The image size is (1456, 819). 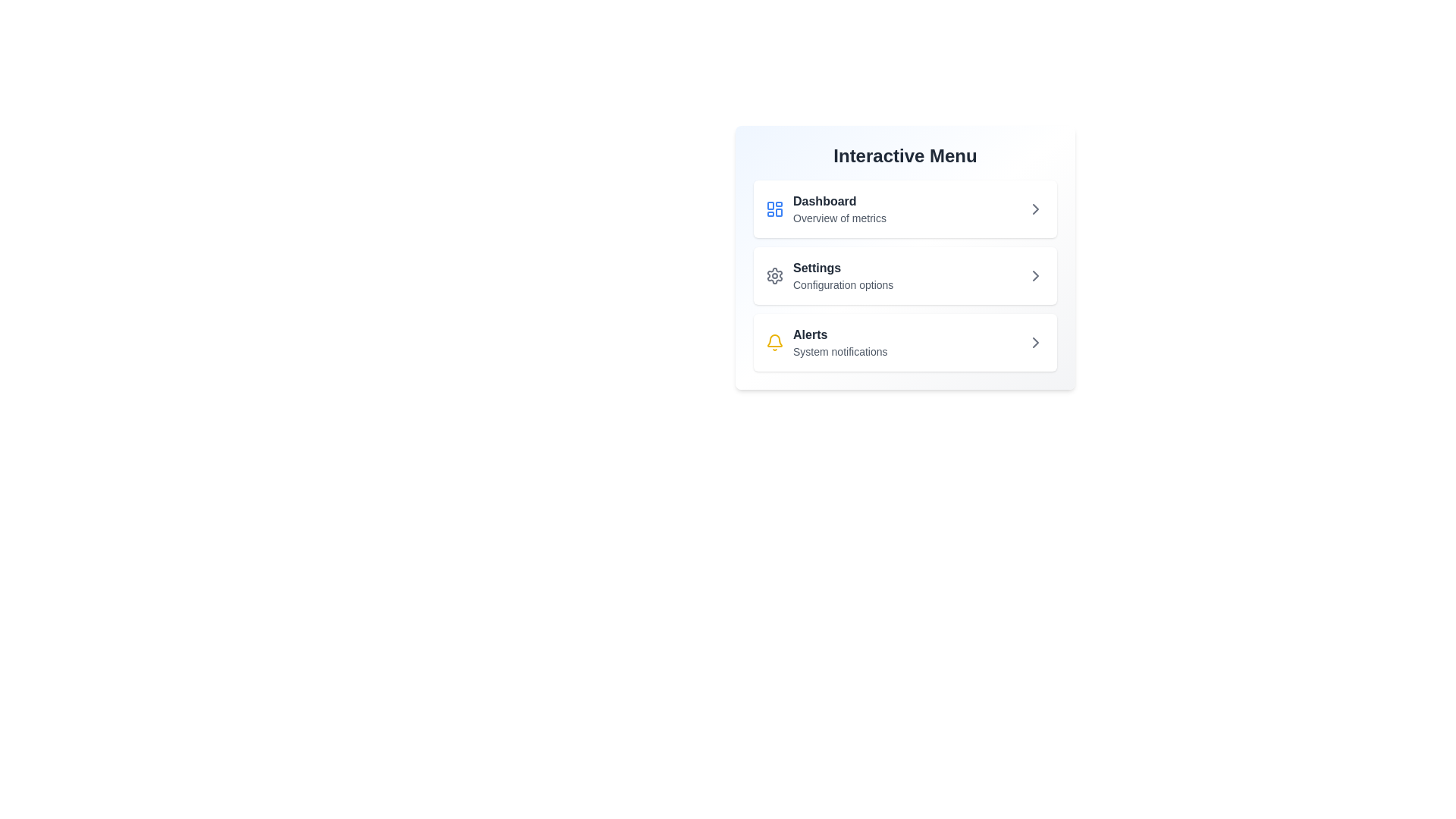 I want to click on the notification icon located to the left of the text 'Alerts' within the third menu item under 'Interactive Menu', so click(x=775, y=342).